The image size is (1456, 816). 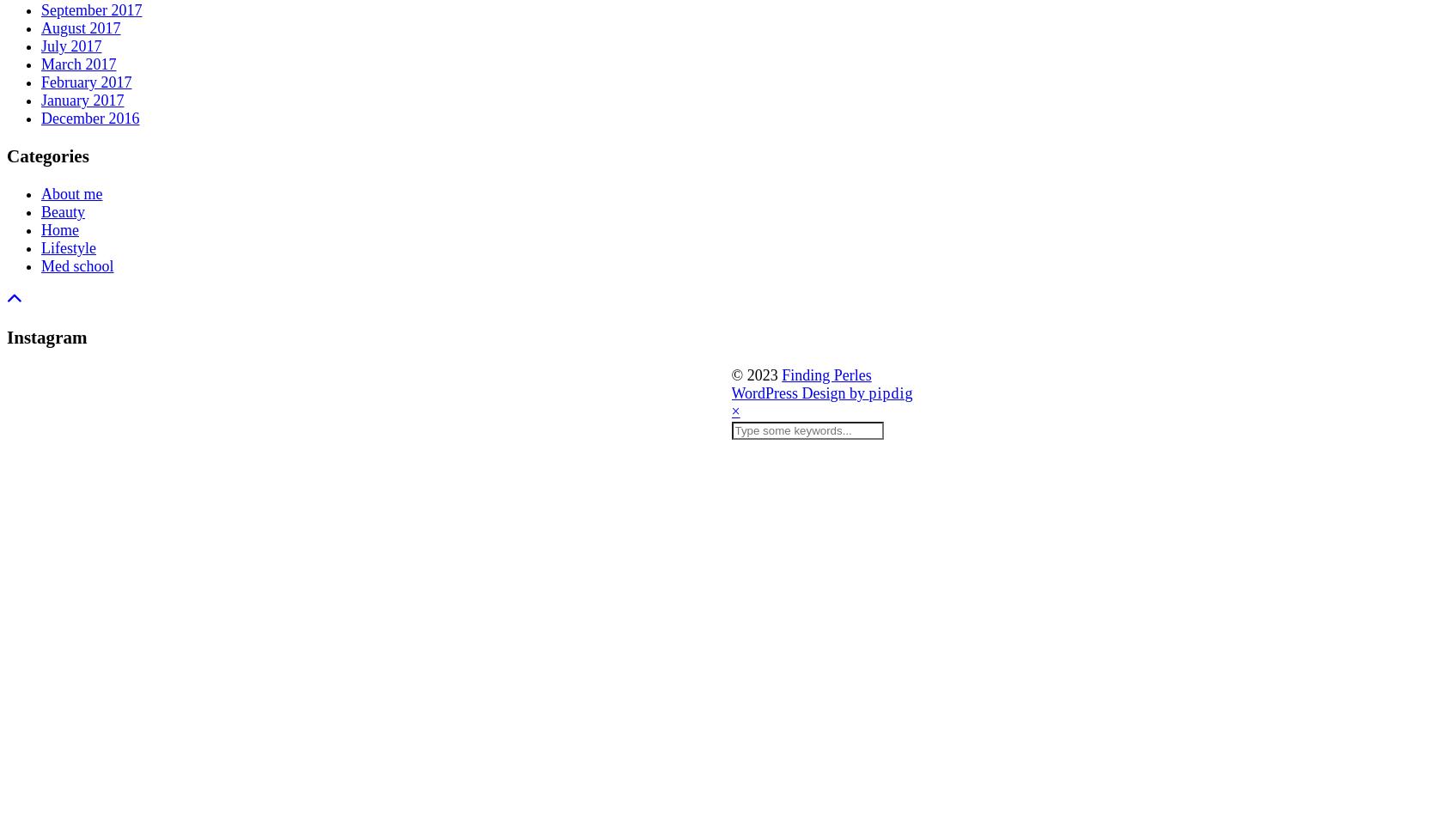 What do you see at coordinates (6, 337) in the screenshot?
I see `'Instagram'` at bounding box center [6, 337].